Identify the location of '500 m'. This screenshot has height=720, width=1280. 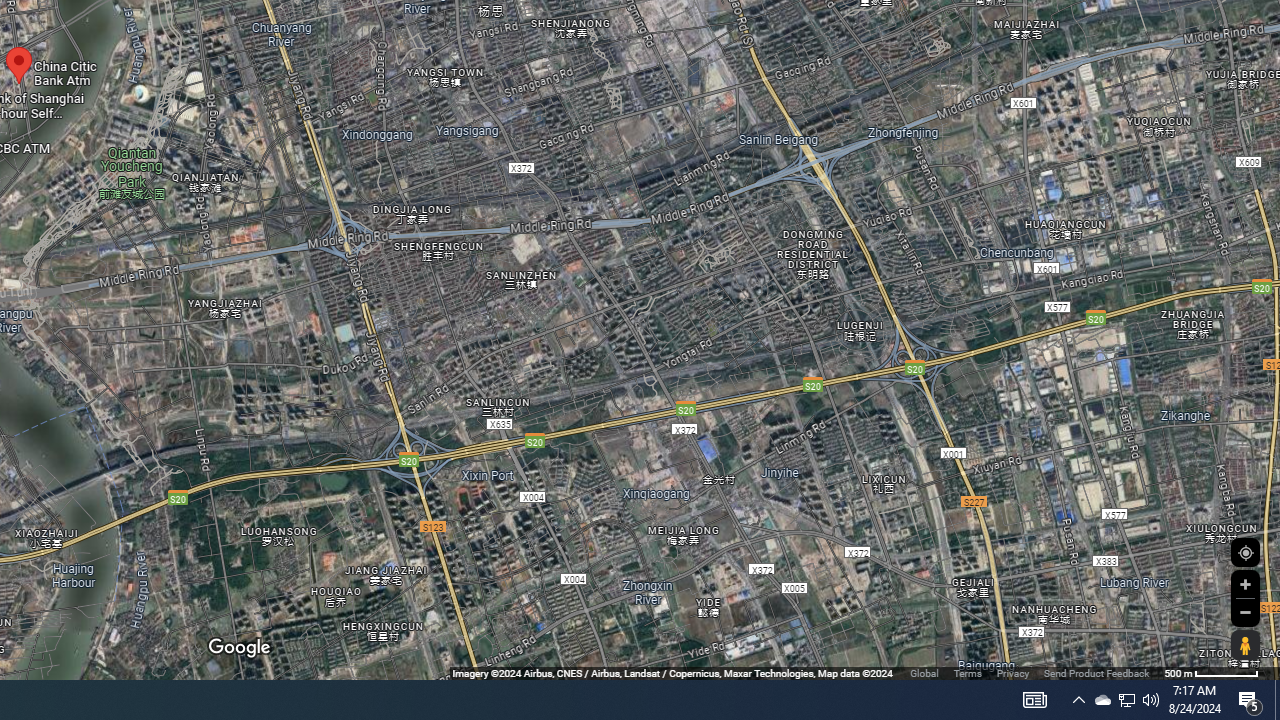
(1210, 673).